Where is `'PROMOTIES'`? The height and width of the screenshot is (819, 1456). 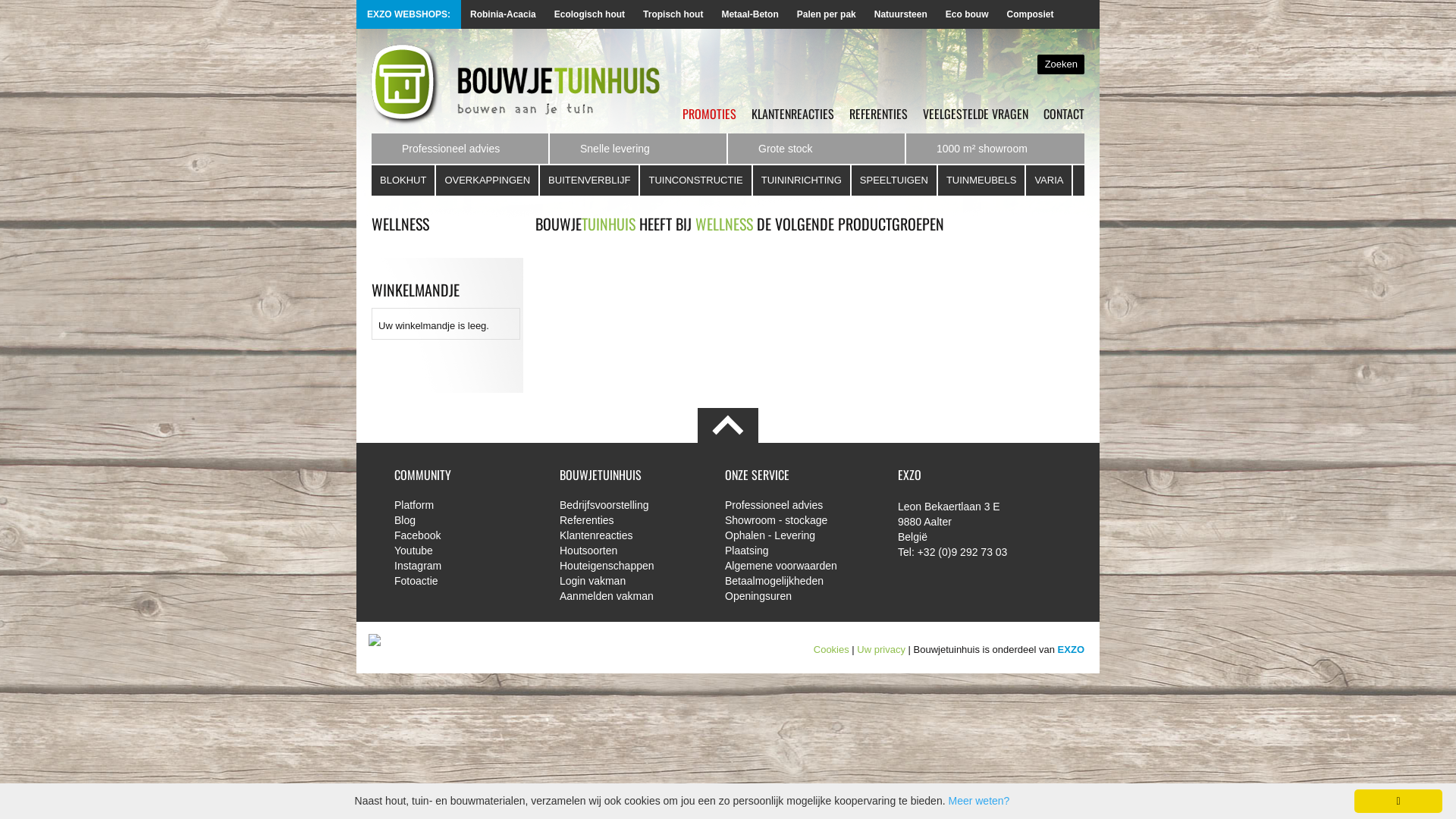 'PROMOTIES' is located at coordinates (708, 113).